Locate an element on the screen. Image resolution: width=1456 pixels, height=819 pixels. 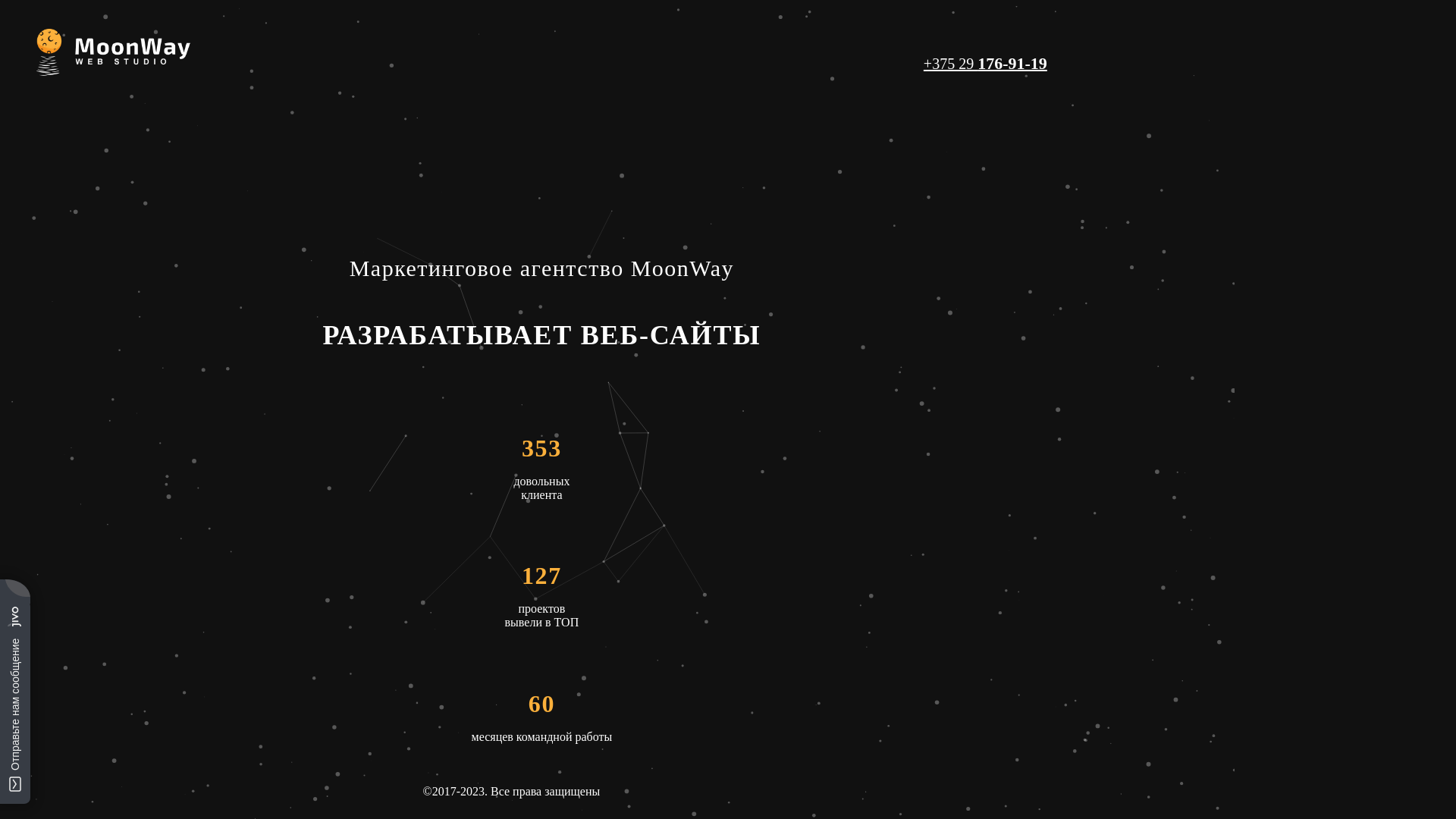
'+375 29 176-91-19' is located at coordinates (985, 63).